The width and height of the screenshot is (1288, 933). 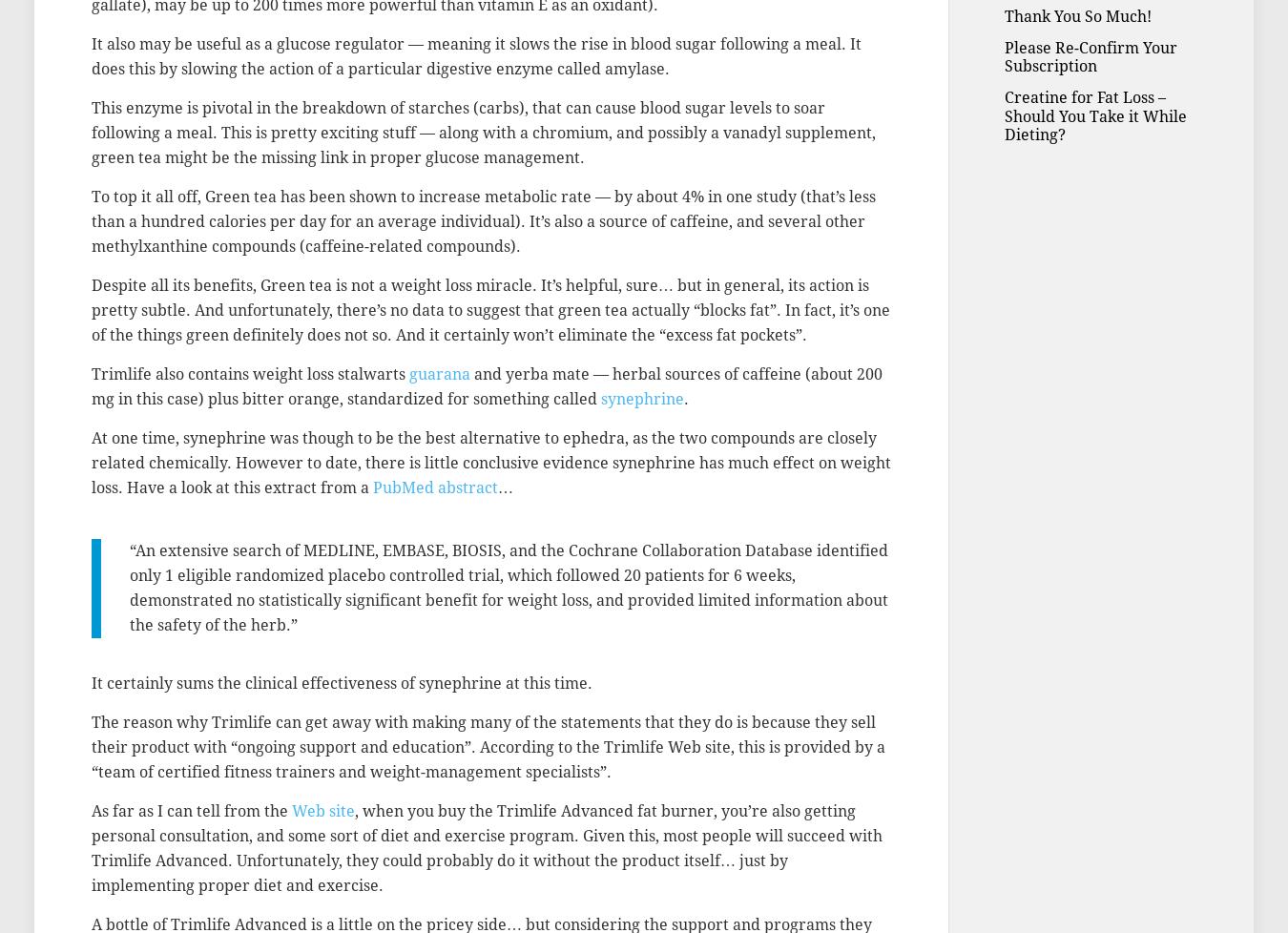 What do you see at coordinates (322, 810) in the screenshot?
I see `'Web site'` at bounding box center [322, 810].